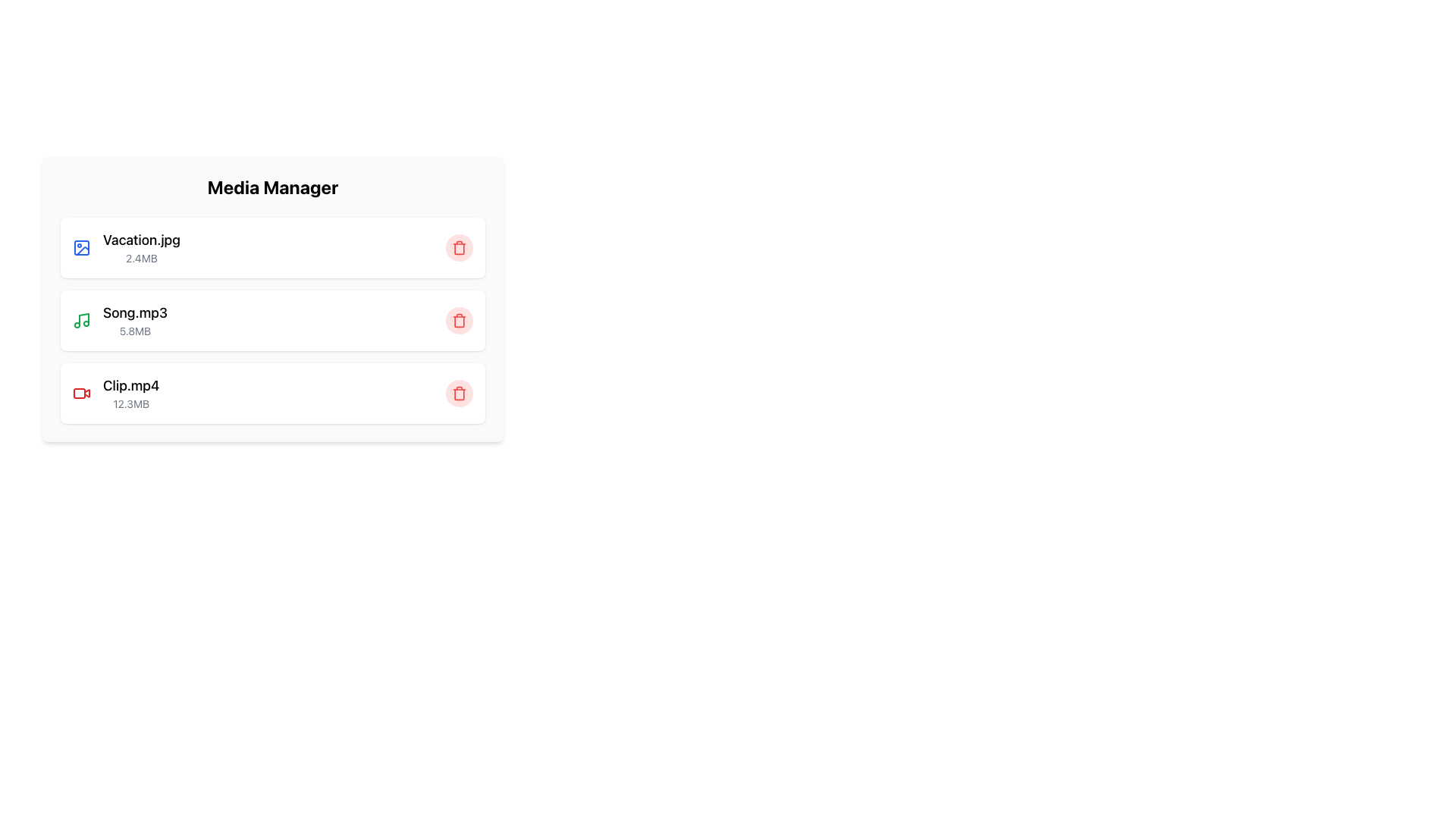 Image resolution: width=1456 pixels, height=819 pixels. I want to click on file name 'Vacation.jpg' displayed in a large font above the file size '2.4MB' in the media manager interface, so click(142, 239).